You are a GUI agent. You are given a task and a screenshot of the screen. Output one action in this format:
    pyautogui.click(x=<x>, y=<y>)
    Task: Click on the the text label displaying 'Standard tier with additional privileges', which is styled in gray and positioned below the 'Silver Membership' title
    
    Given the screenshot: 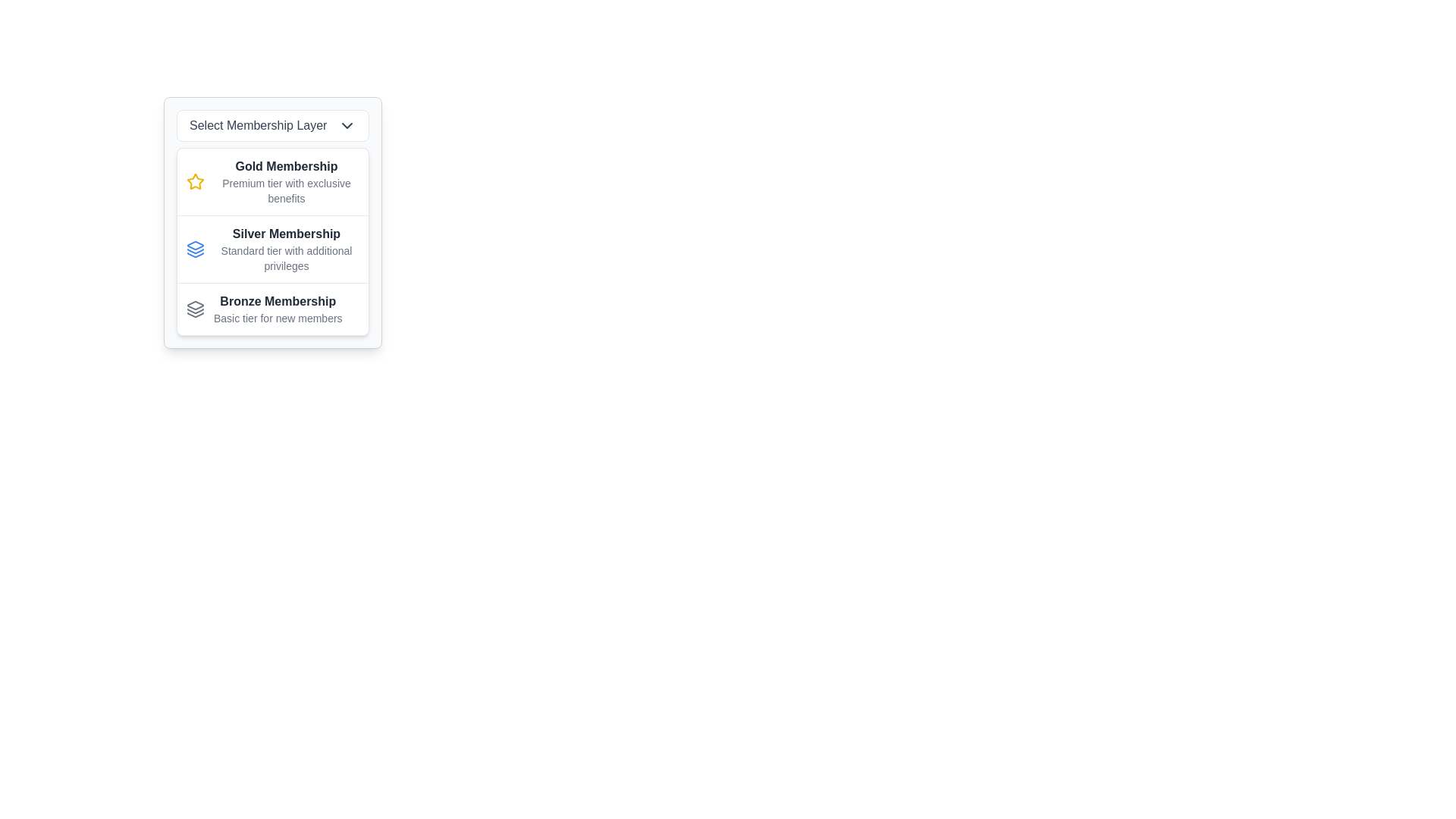 What is the action you would take?
    pyautogui.click(x=287, y=257)
    